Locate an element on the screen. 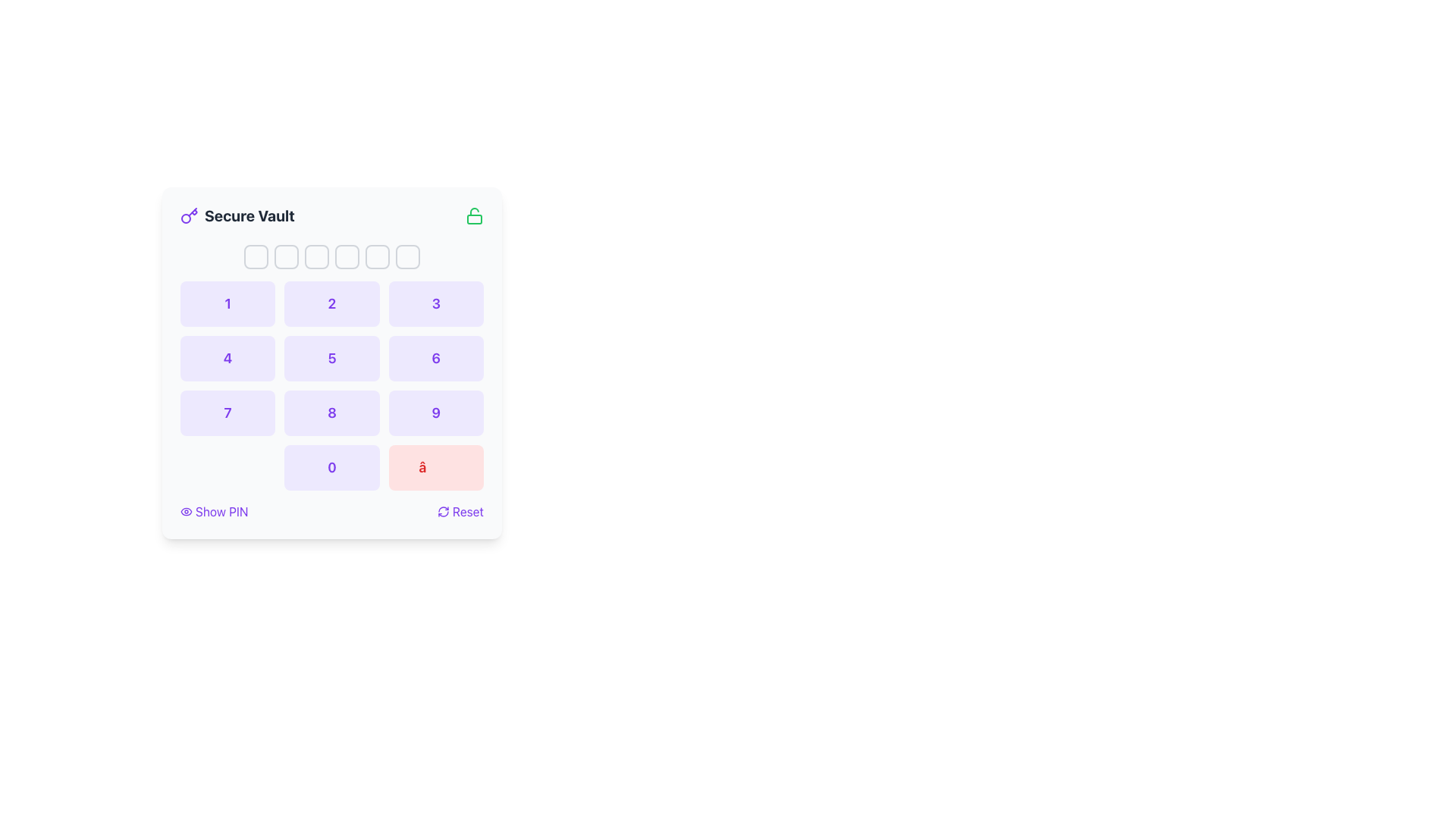 This screenshot has width=1456, height=819. the bottom rectangular portion of the lock icon, which indicates the lock status is located at coordinates (473, 219).